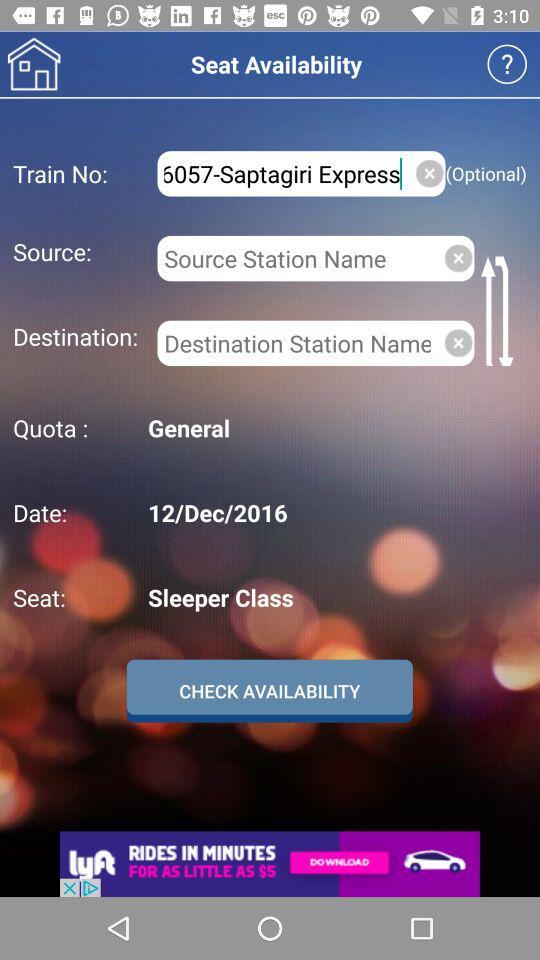 The image size is (540, 960). I want to click on the home icon, so click(33, 64).